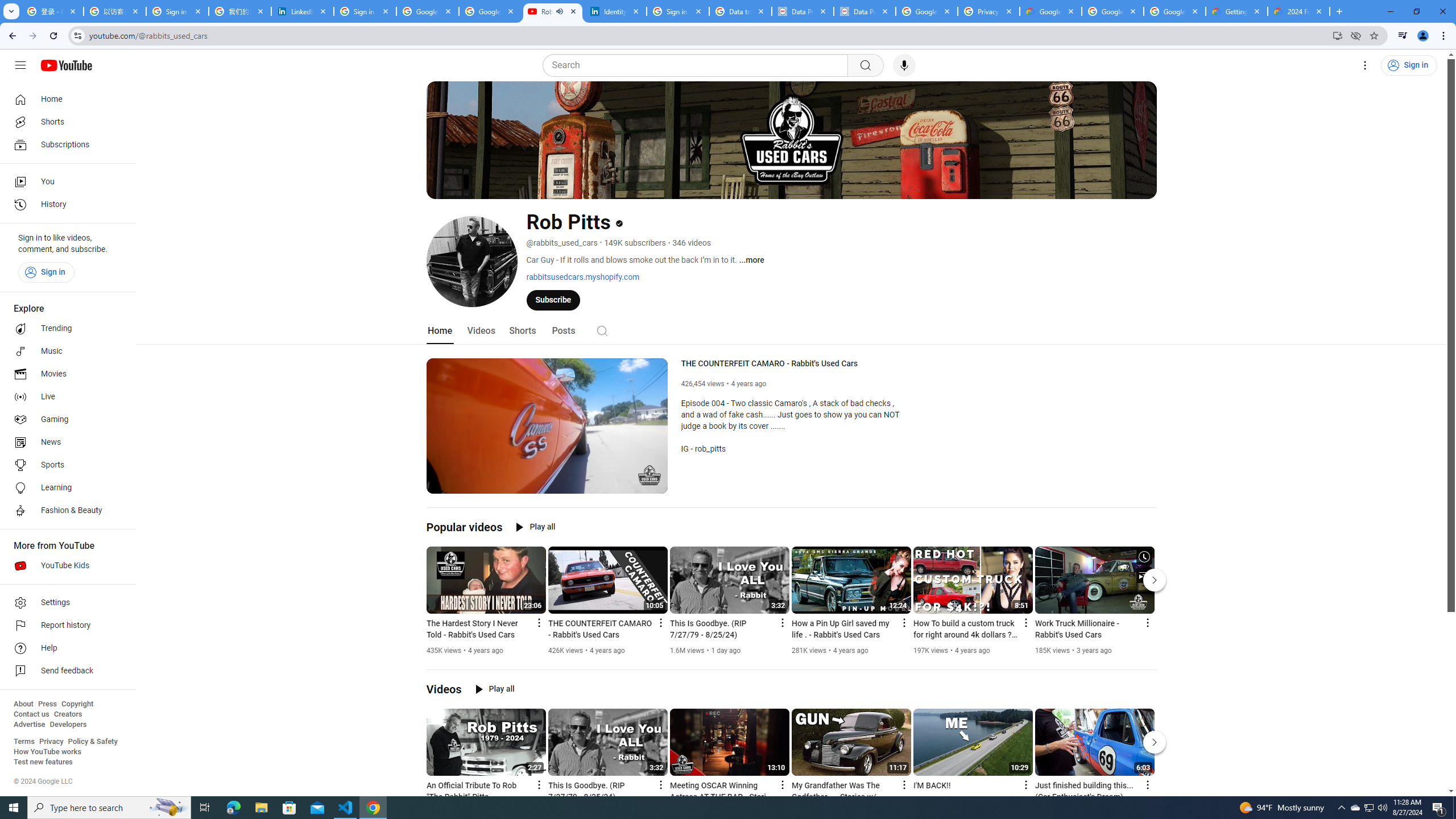 The image size is (1456, 819). What do you see at coordinates (64, 374) in the screenshot?
I see `'Movies'` at bounding box center [64, 374].